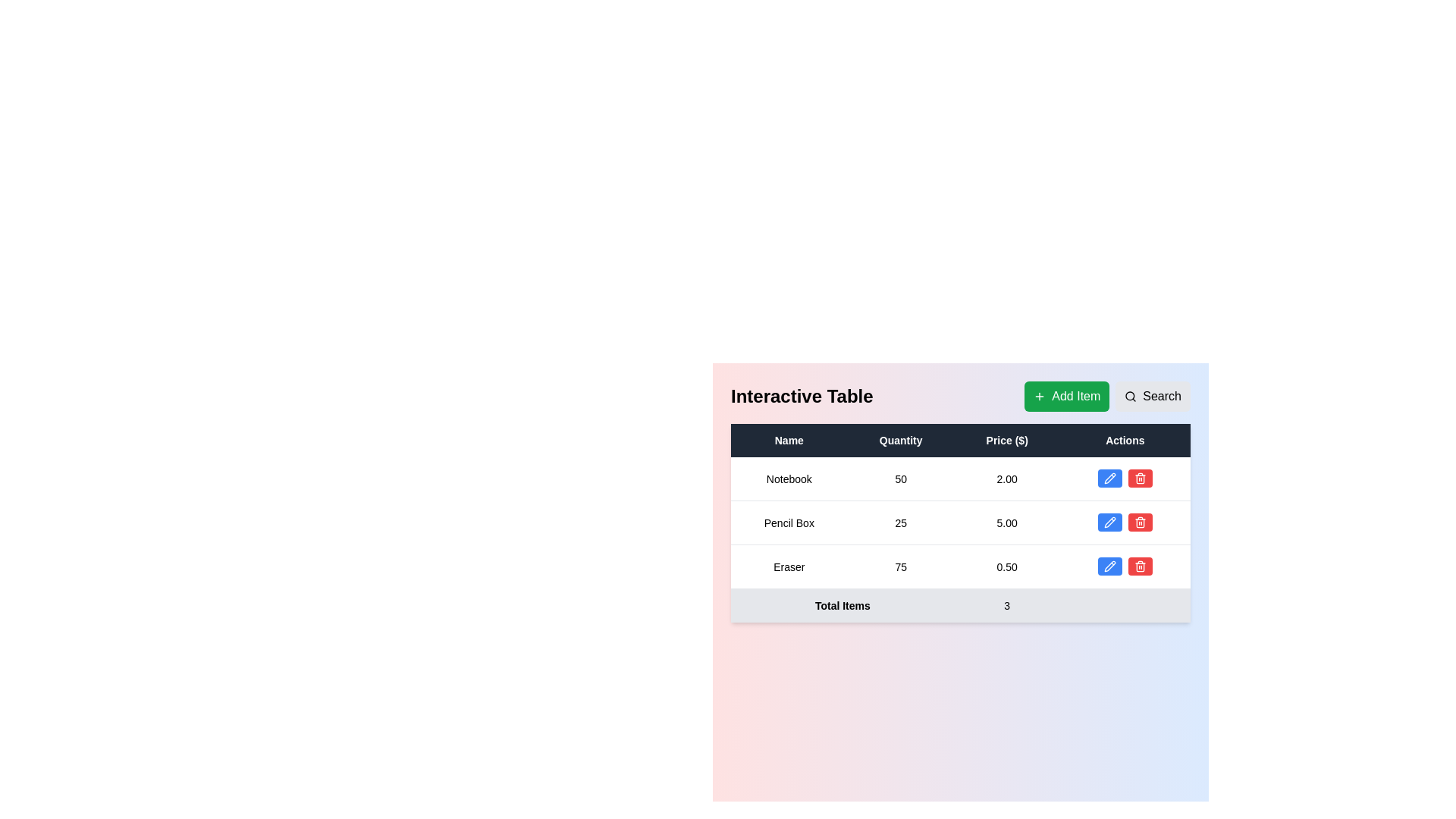  What do you see at coordinates (1109, 566) in the screenshot?
I see `the blue pencil icon button located in the last row of the table under the 'Actions' column` at bounding box center [1109, 566].